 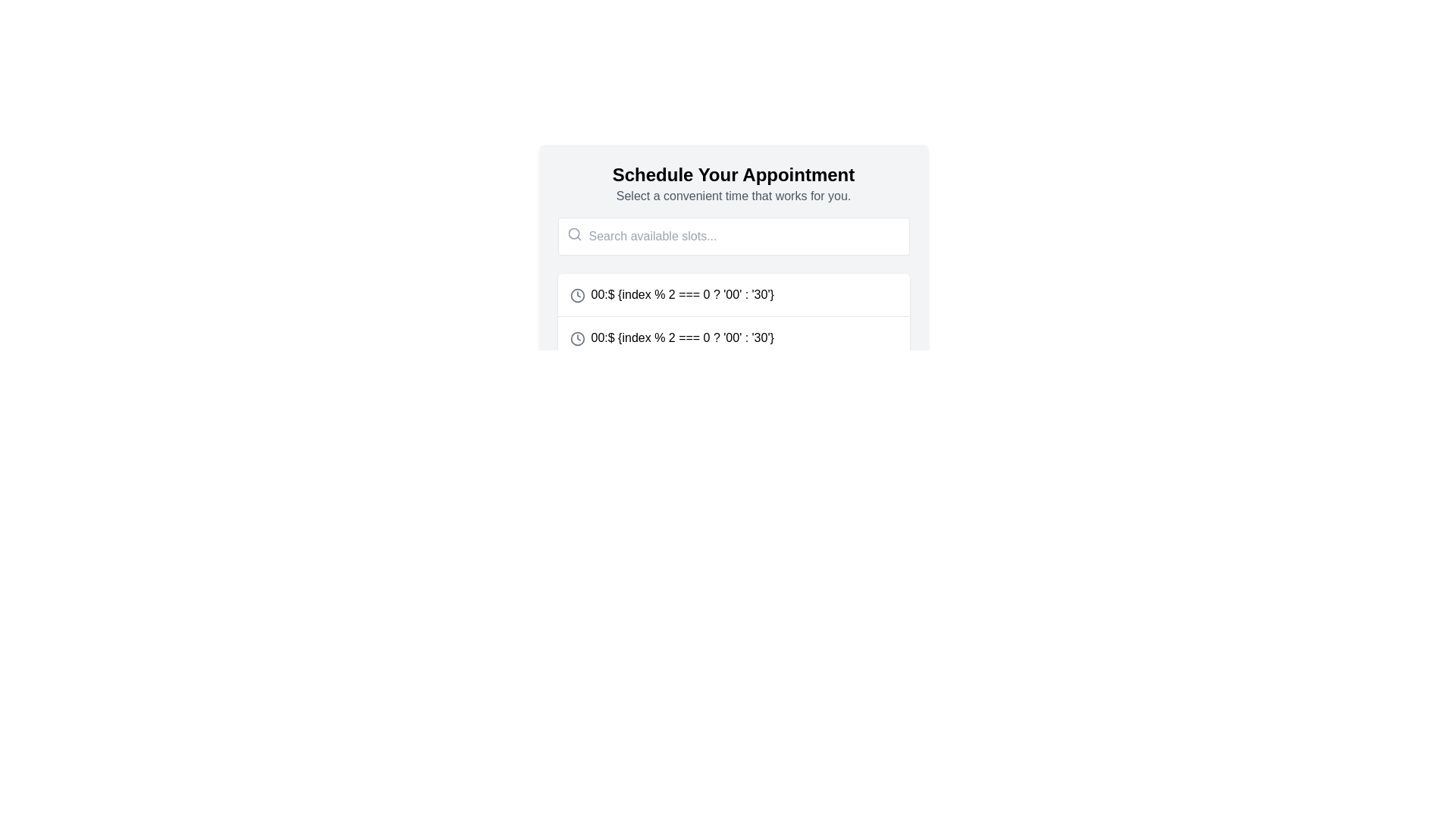 I want to click on the search icon located at the left margin of the search input field, beneath the 'Schedule Your Appointment' header, so click(x=573, y=234).